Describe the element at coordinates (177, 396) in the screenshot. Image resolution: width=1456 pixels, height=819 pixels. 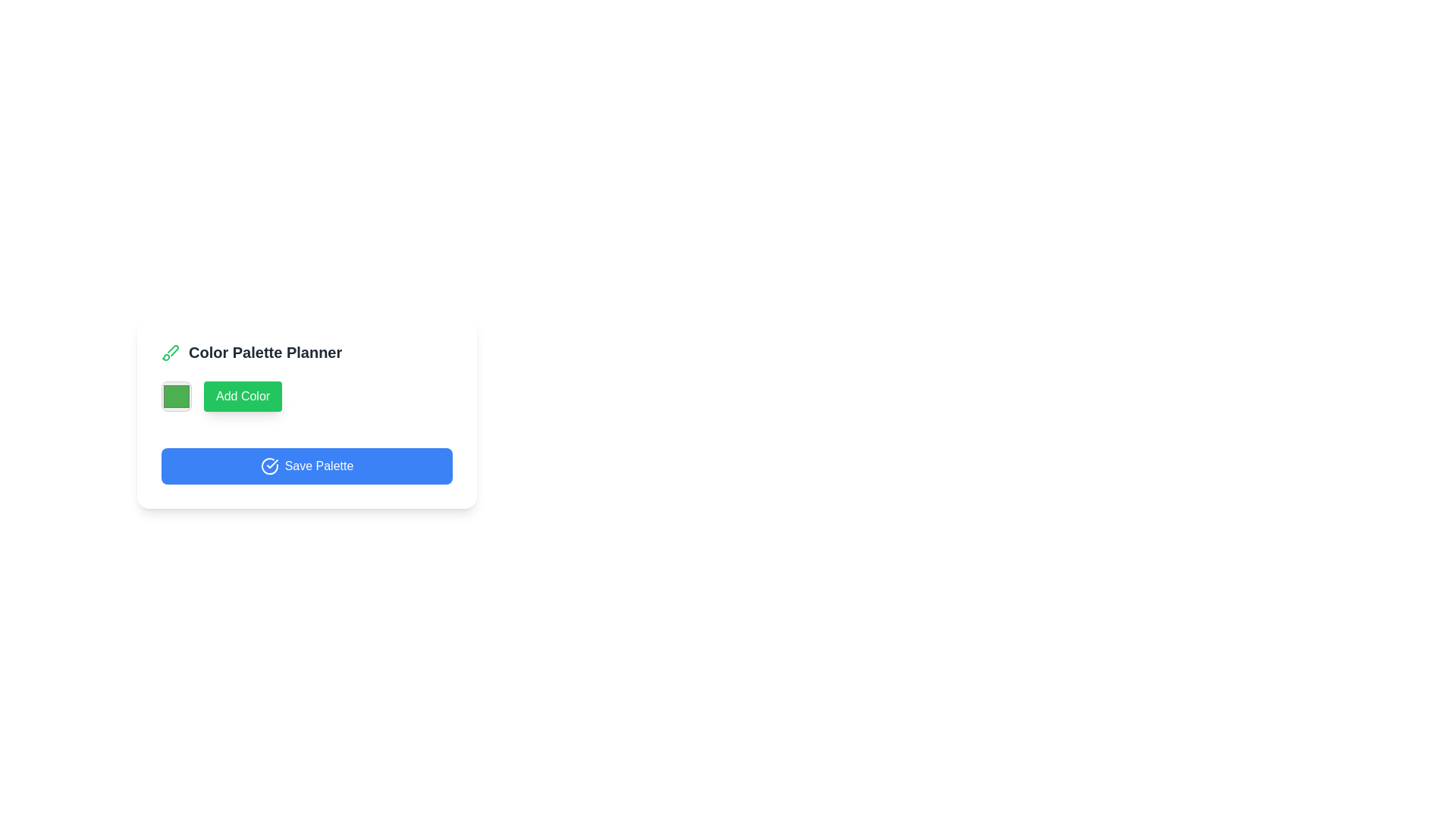
I see `the color picker located to the left of the 'Add Color' button to choose a color` at that location.